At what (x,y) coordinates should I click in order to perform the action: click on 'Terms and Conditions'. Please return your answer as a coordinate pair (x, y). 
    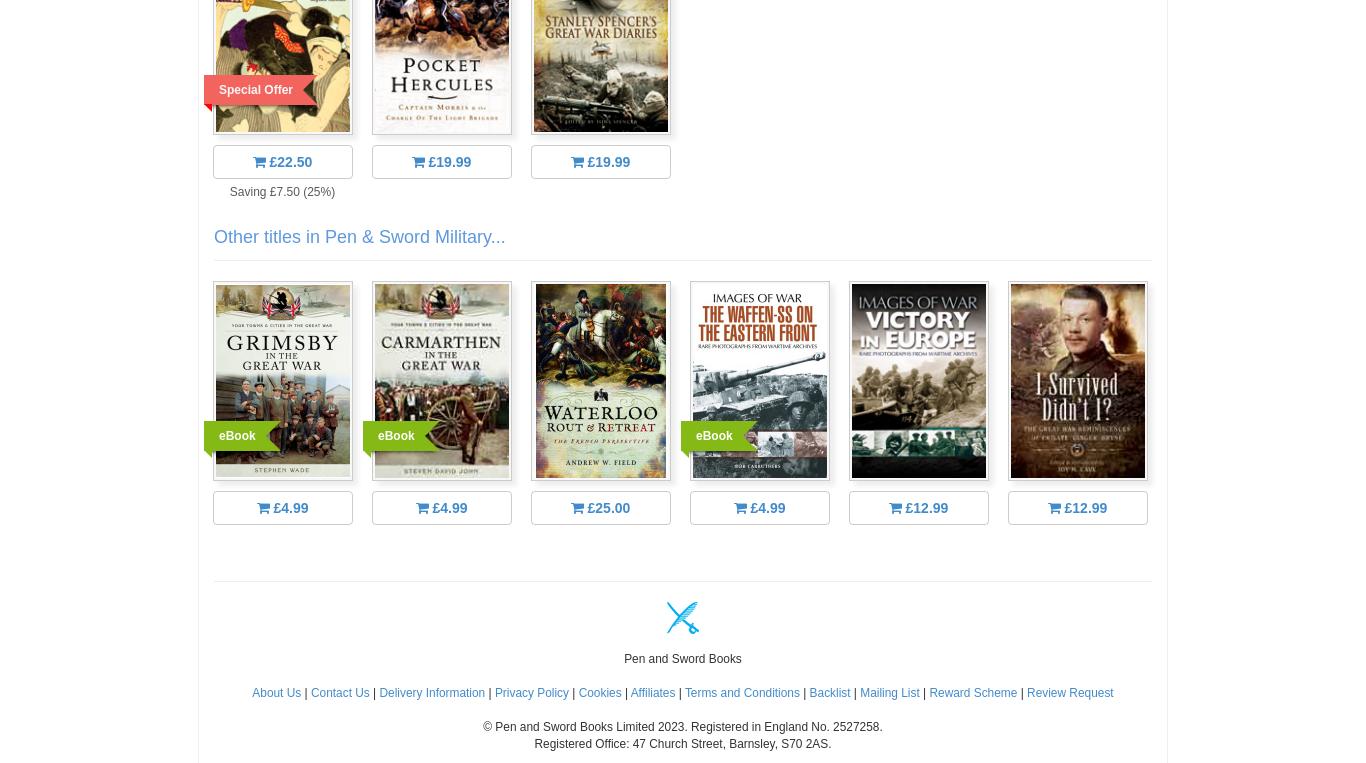
    Looking at the image, I should click on (741, 692).